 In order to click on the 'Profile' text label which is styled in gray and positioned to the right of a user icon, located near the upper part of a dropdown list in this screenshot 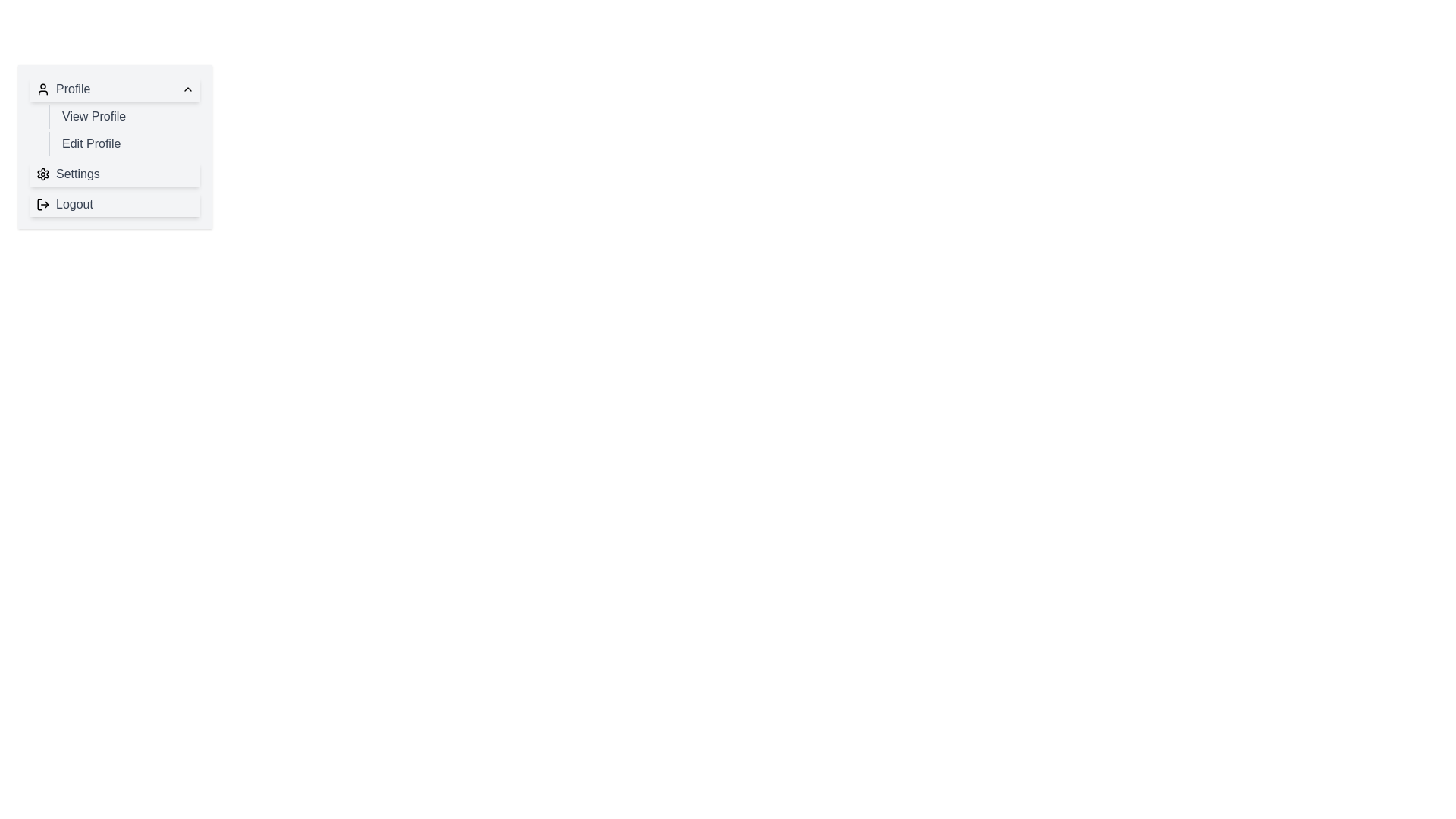, I will do `click(62, 89)`.